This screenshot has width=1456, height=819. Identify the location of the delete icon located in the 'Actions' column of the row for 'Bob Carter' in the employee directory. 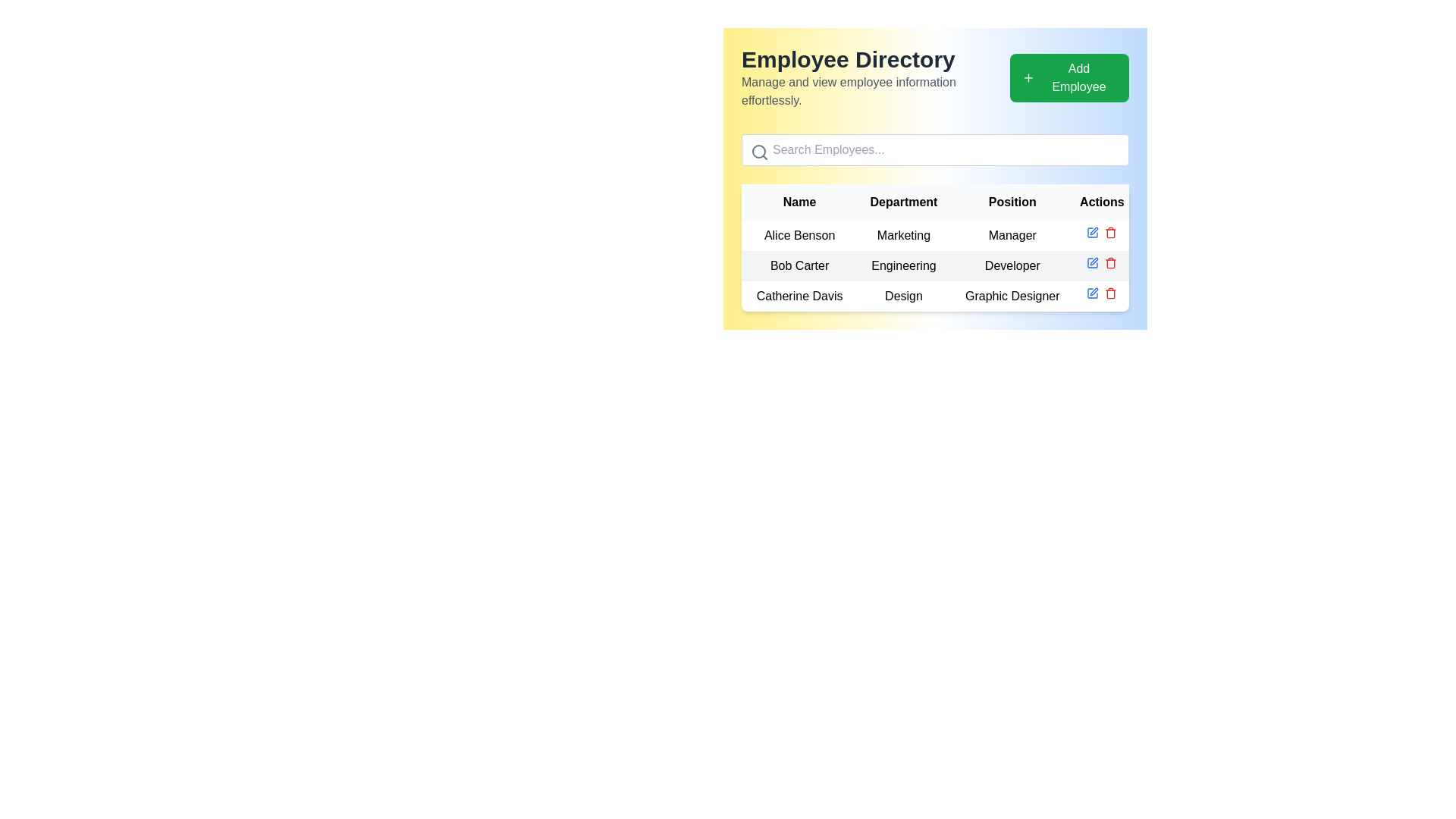
(1111, 263).